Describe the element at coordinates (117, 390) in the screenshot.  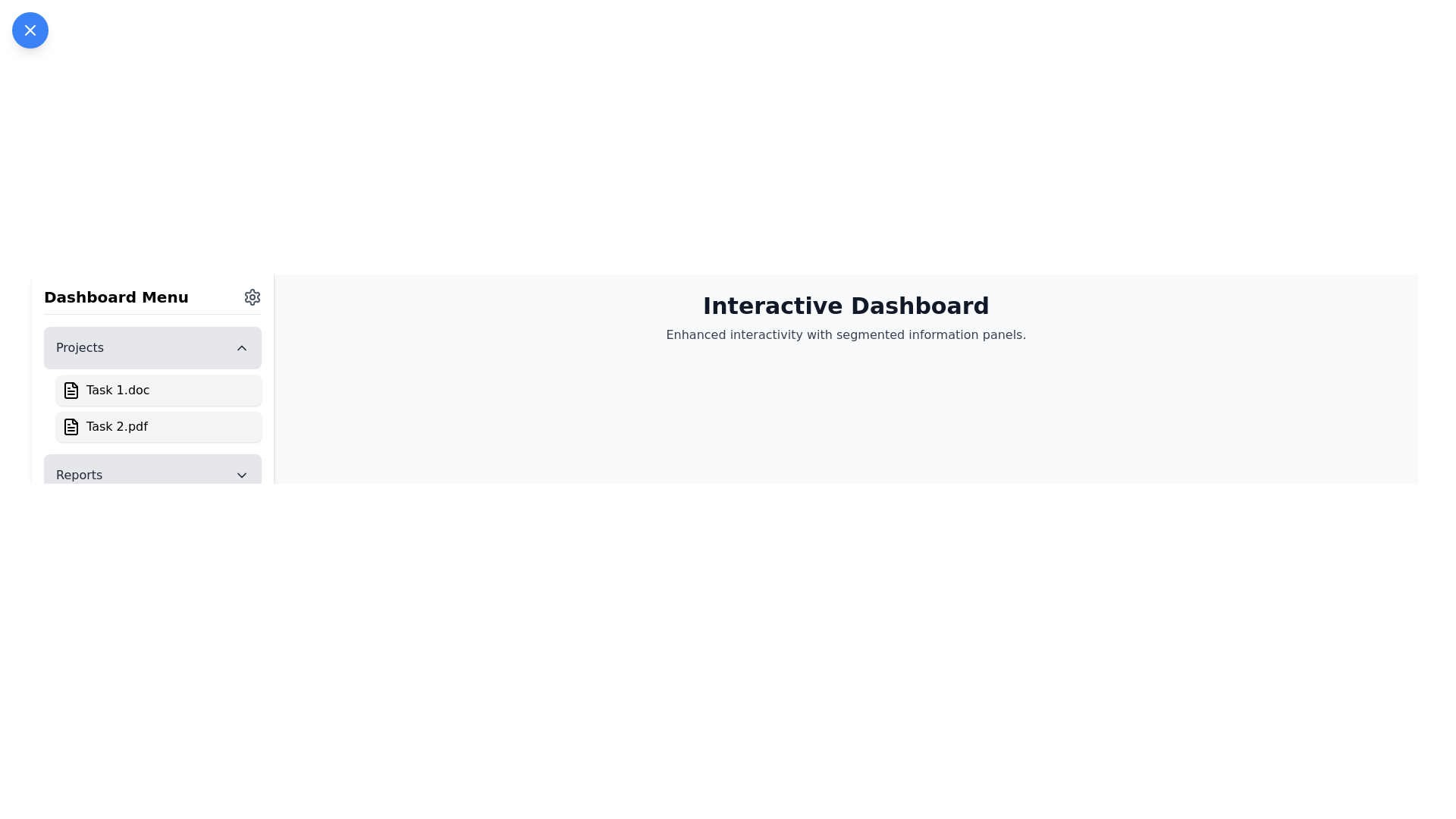
I see `the text label displaying 'Task 1.doc' located in the 'Projects' section of the 'Dashboard Menu'` at that location.